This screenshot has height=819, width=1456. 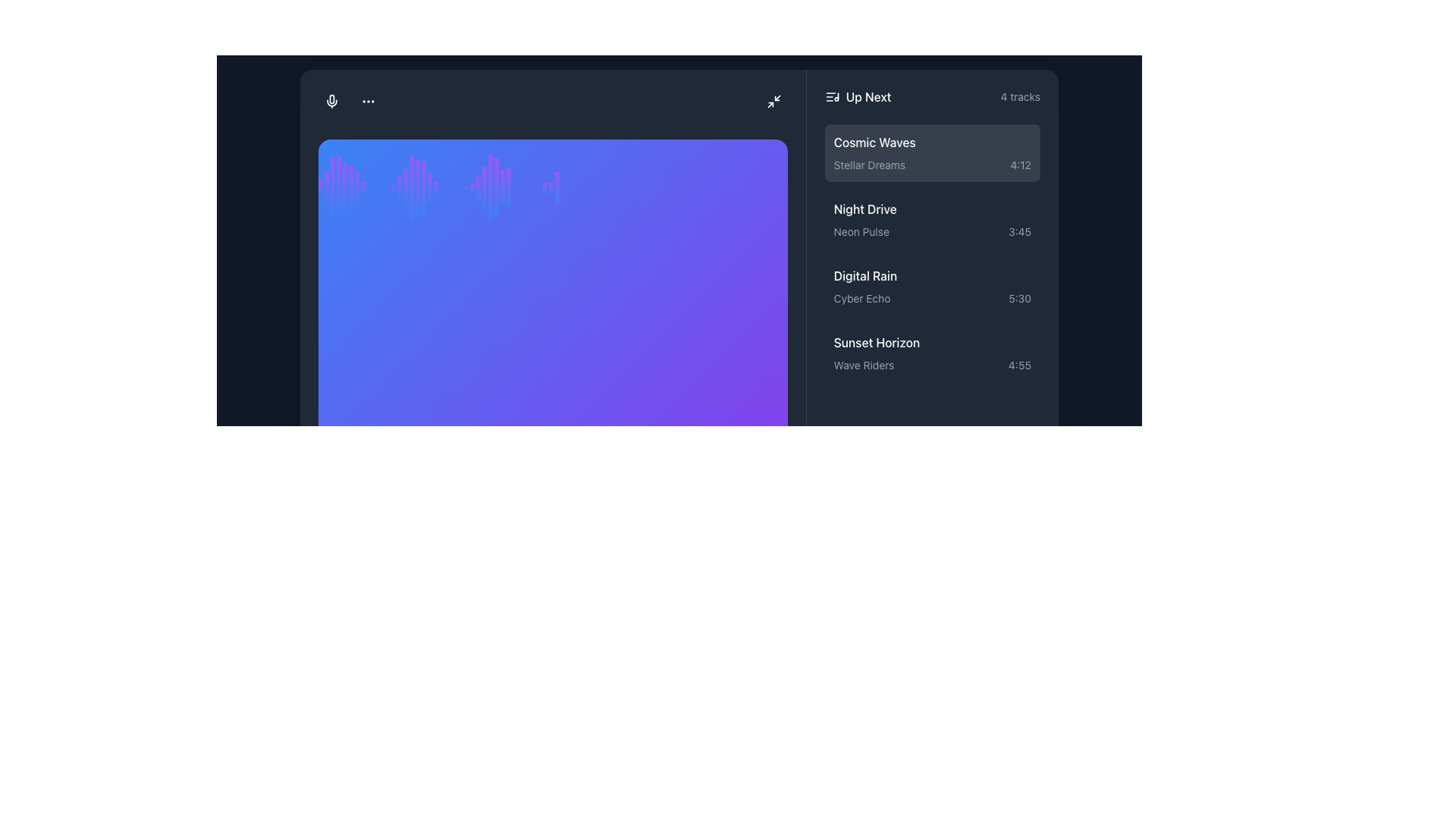 What do you see at coordinates (1020, 298) in the screenshot?
I see `the text label displaying '5:30' located on the right side of the 'Digital Rain Cyber Echo' row in the 'Up Next' section` at bounding box center [1020, 298].